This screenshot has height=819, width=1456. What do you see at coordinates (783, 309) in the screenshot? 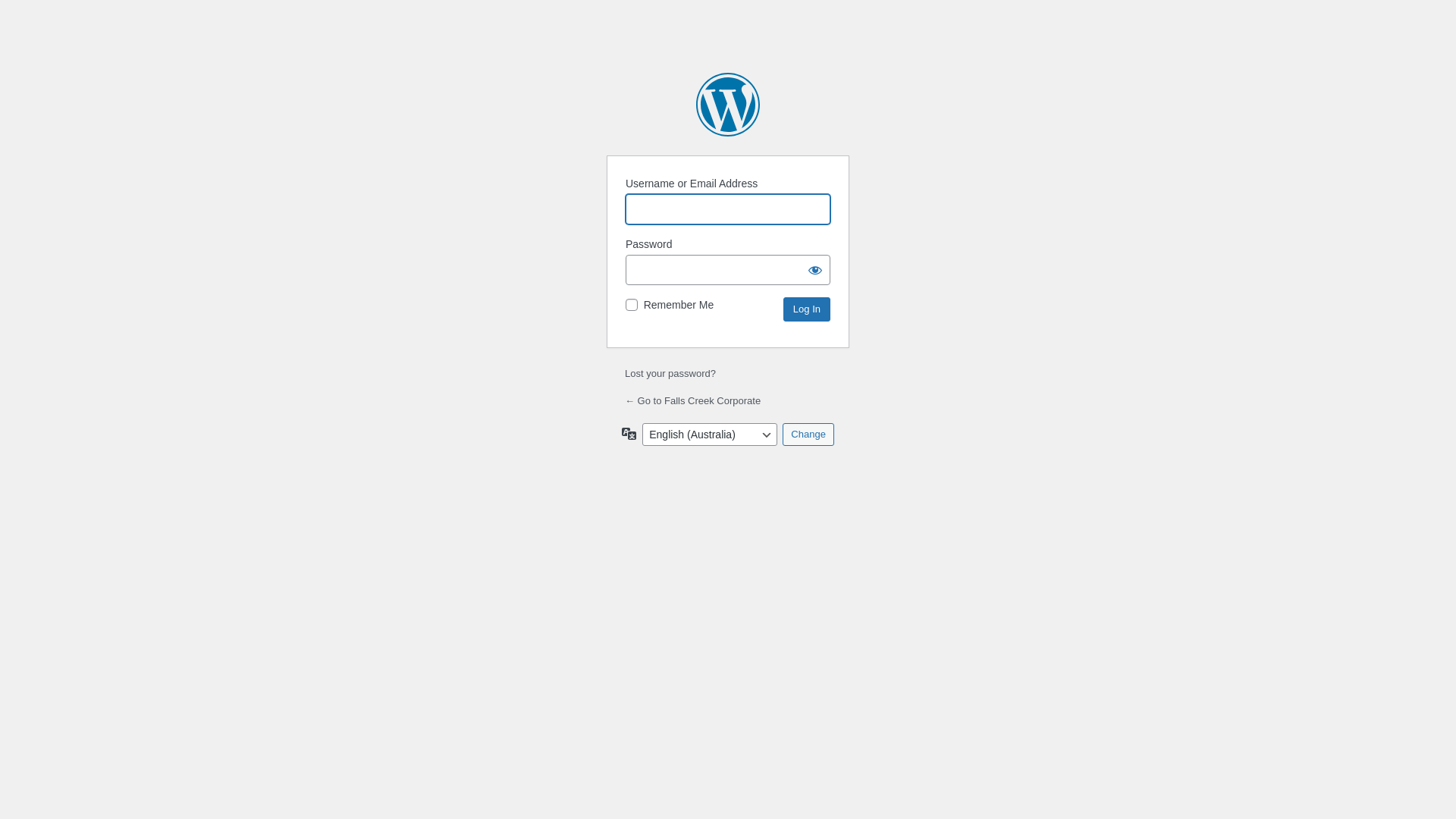
I see `'Log In'` at bounding box center [783, 309].